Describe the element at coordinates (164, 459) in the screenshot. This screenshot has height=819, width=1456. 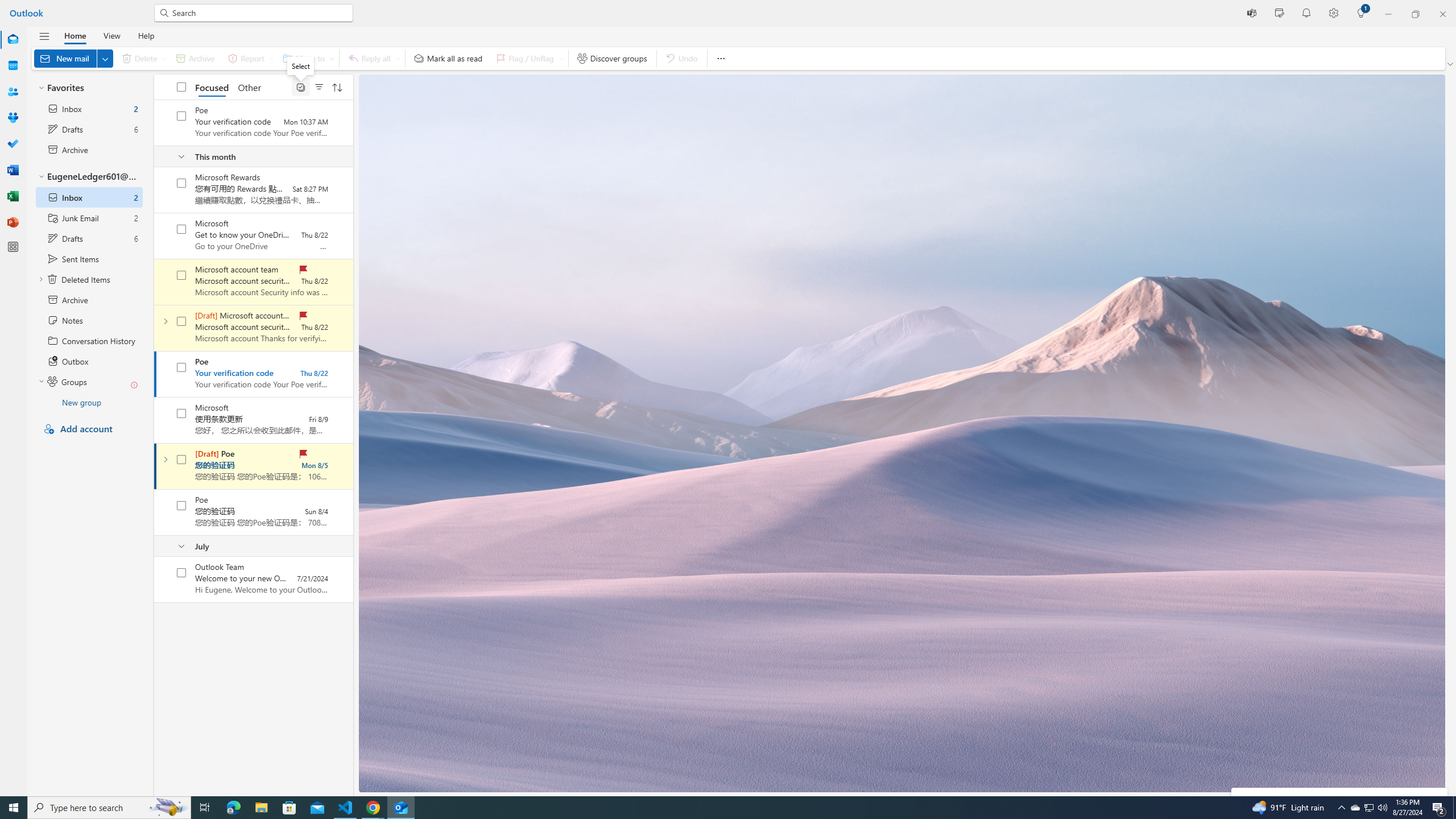
I see `'Expand conversation'` at that location.